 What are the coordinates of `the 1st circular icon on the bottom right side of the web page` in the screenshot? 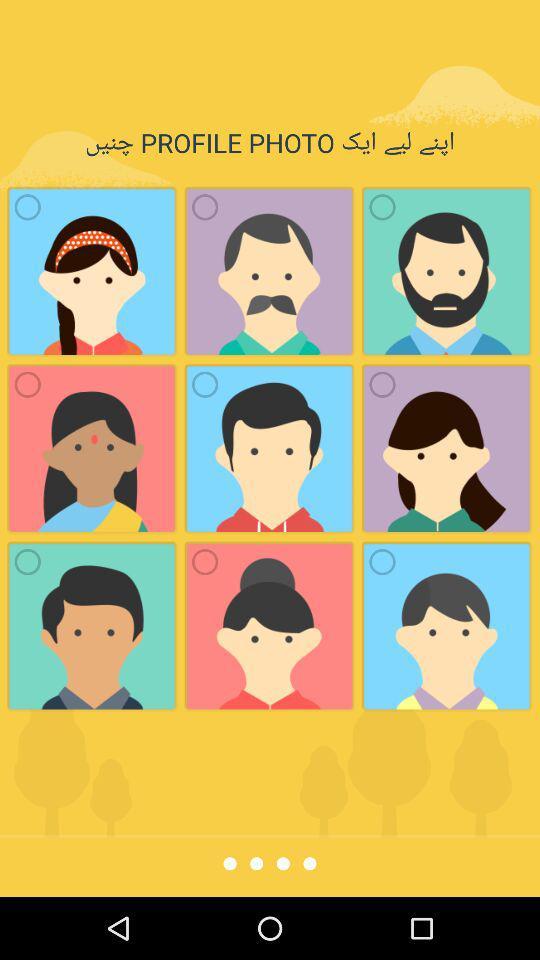 It's located at (382, 561).